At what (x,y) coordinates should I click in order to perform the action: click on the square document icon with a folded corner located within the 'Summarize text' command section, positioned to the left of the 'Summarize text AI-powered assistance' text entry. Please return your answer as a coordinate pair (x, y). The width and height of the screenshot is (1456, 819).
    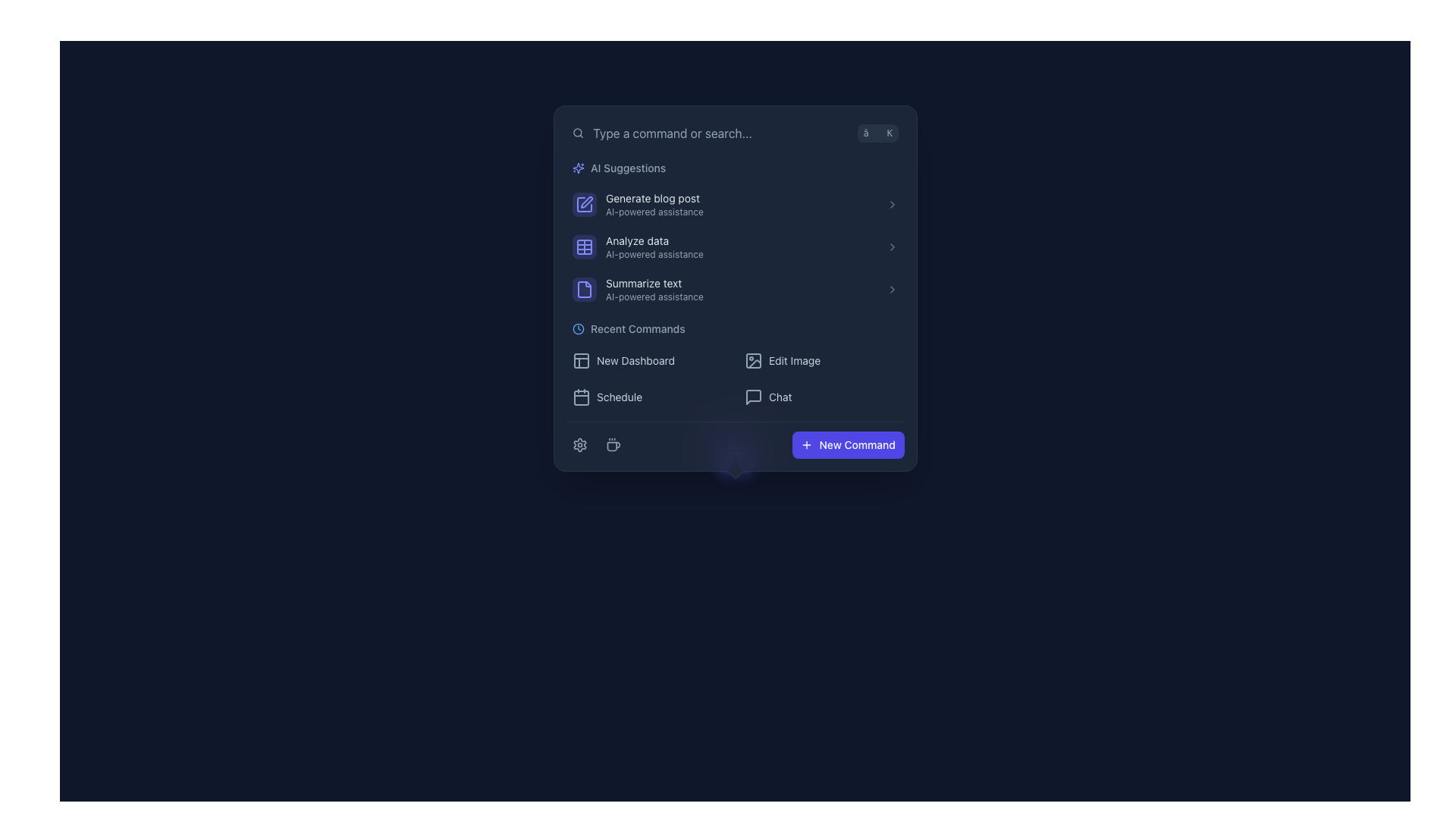
    Looking at the image, I should click on (583, 289).